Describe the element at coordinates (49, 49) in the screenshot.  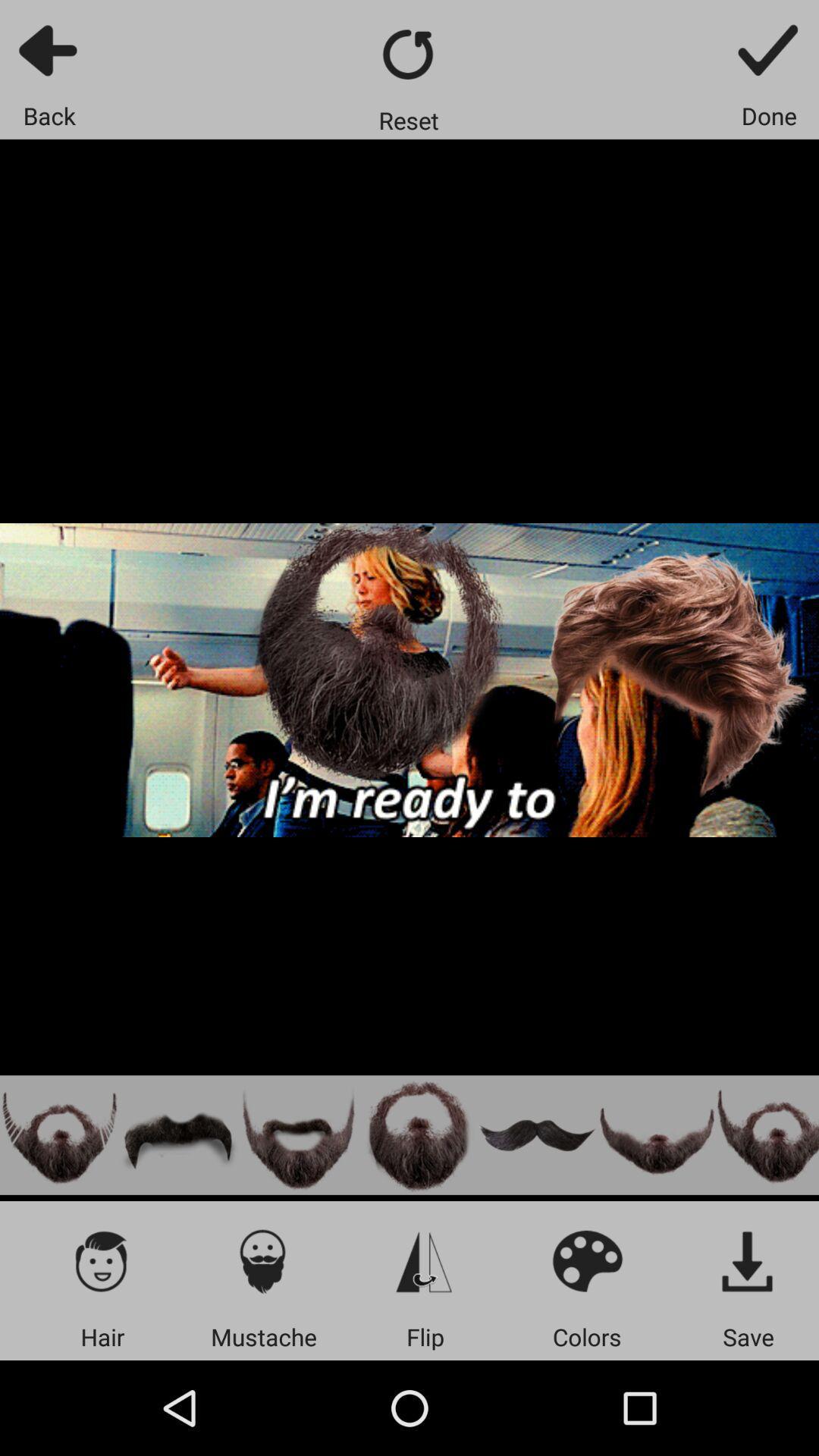
I see `go back` at that location.